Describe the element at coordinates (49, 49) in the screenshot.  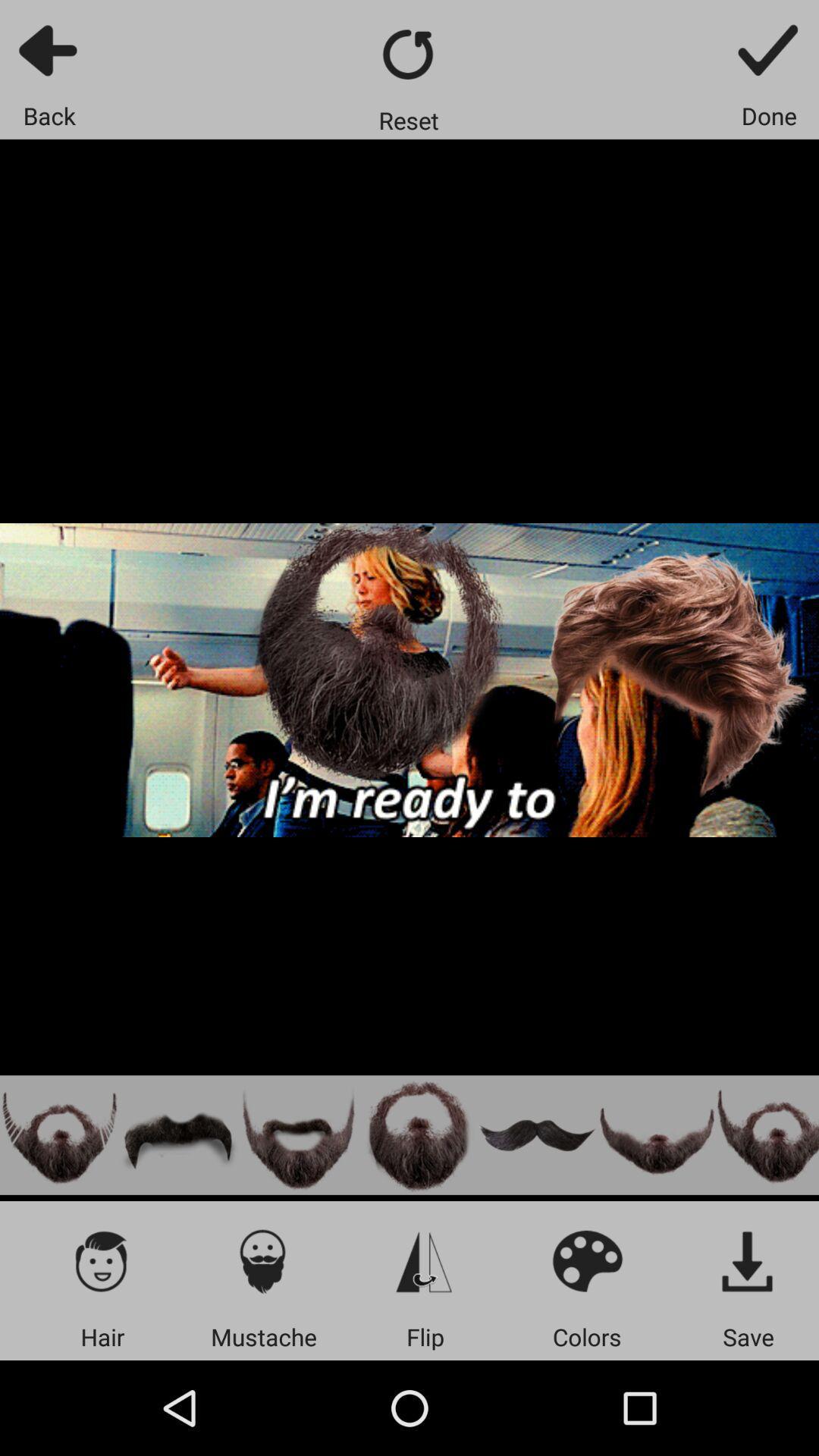
I see `go back` at that location.